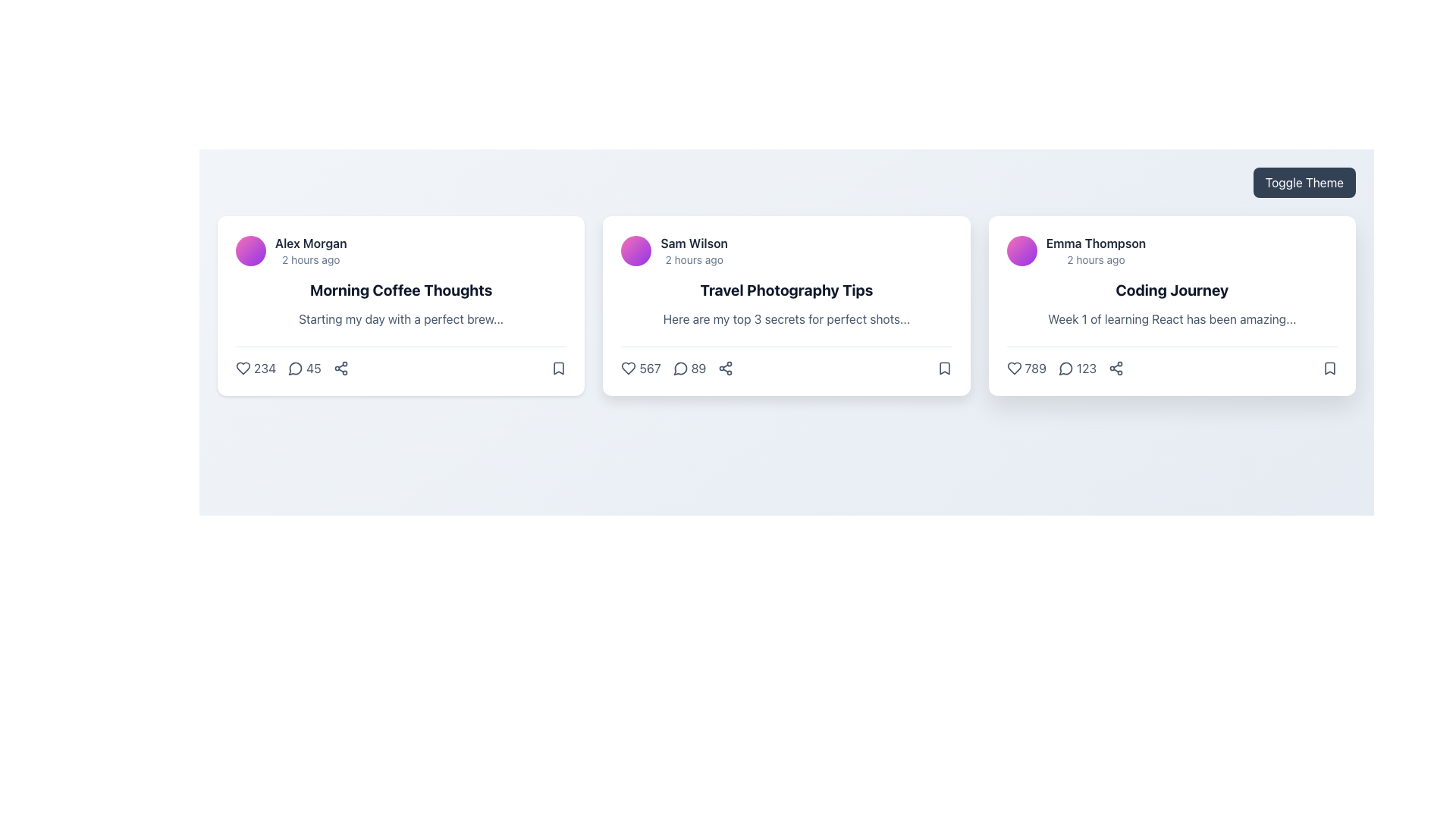  I want to click on the text label displaying 'Emma Thompson', which is styled in bold and located at the top-left corner of the third card, adjacent to a circular avatar icon, so click(1096, 242).